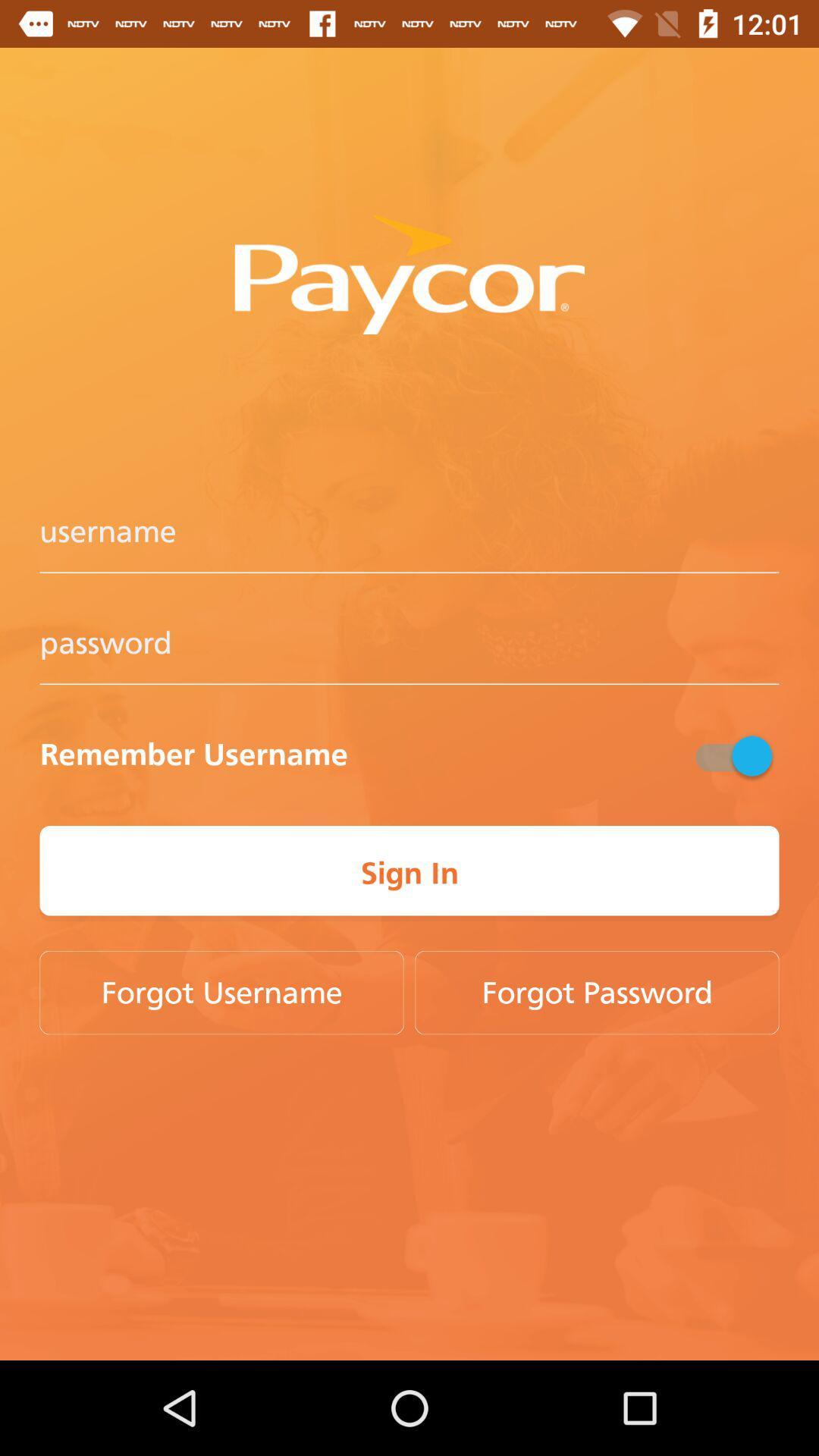 The image size is (819, 1456). I want to click on the icon above the forgot username item, so click(409, 874).